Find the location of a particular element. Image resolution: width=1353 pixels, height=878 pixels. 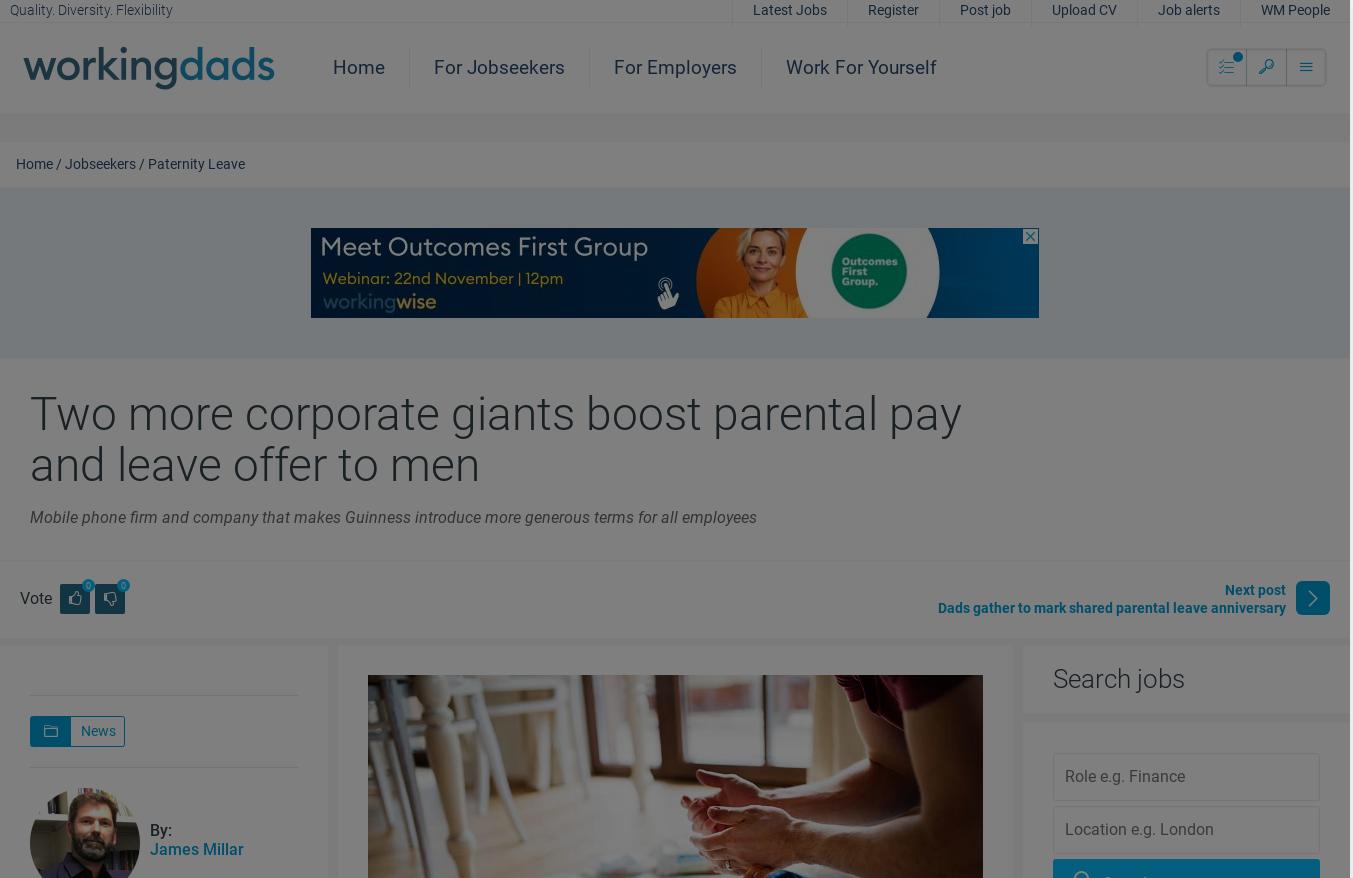

'Mobile phone firm and company that makes Guinness introduce more generous terms for all employees' is located at coordinates (393, 517).